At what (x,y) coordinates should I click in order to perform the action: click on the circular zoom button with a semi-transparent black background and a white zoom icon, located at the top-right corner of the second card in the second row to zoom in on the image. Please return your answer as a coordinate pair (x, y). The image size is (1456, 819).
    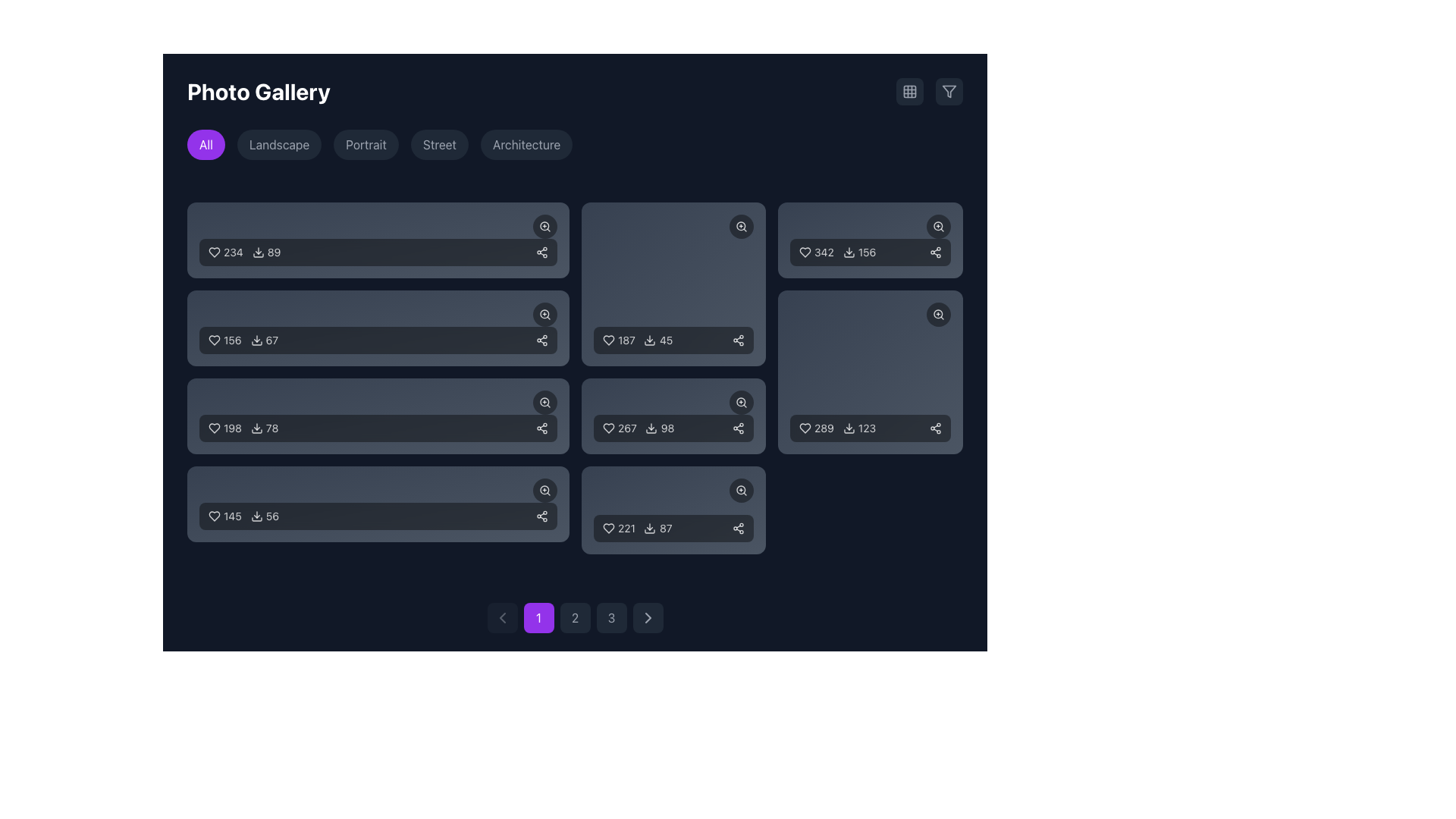
    Looking at the image, I should click on (742, 227).